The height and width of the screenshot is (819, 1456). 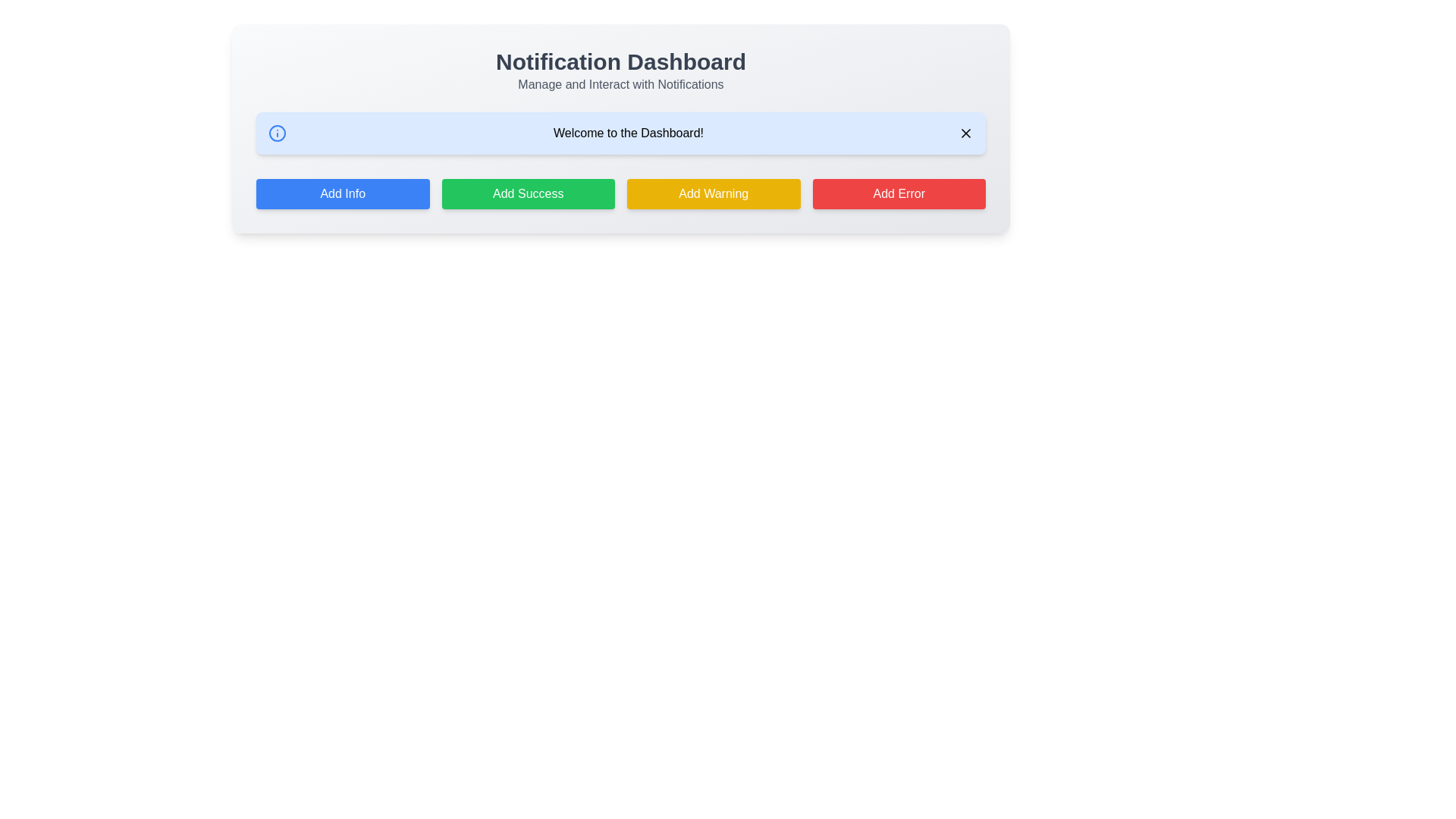 What do you see at coordinates (342, 193) in the screenshot?
I see `the 'Add Info' button, which is a rectangular button with a blue background and white text, located at the bottom section of the 'Notification Dashboard' panel` at bounding box center [342, 193].